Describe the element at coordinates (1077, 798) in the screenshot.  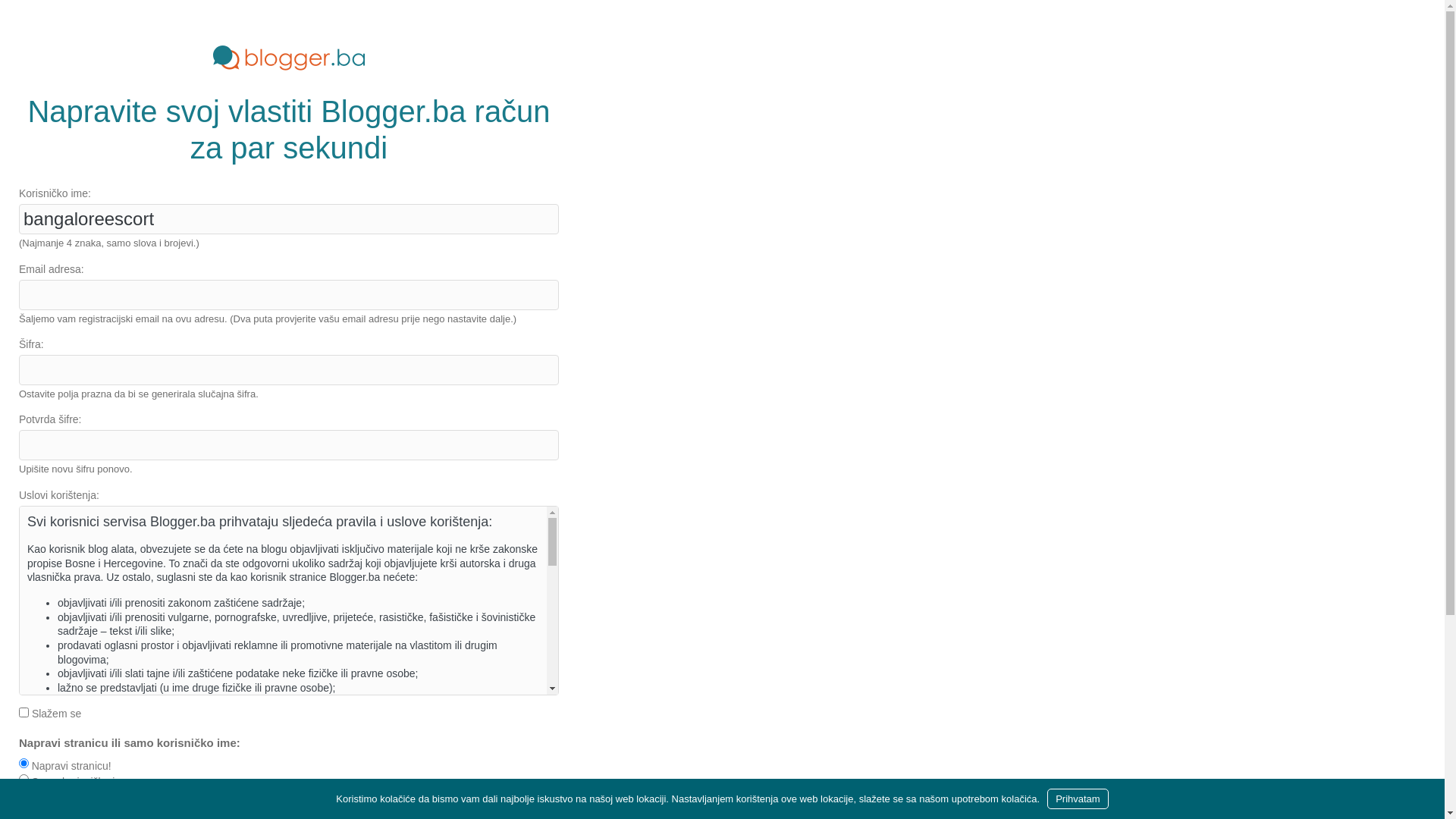
I see `'Prihvatam'` at that location.